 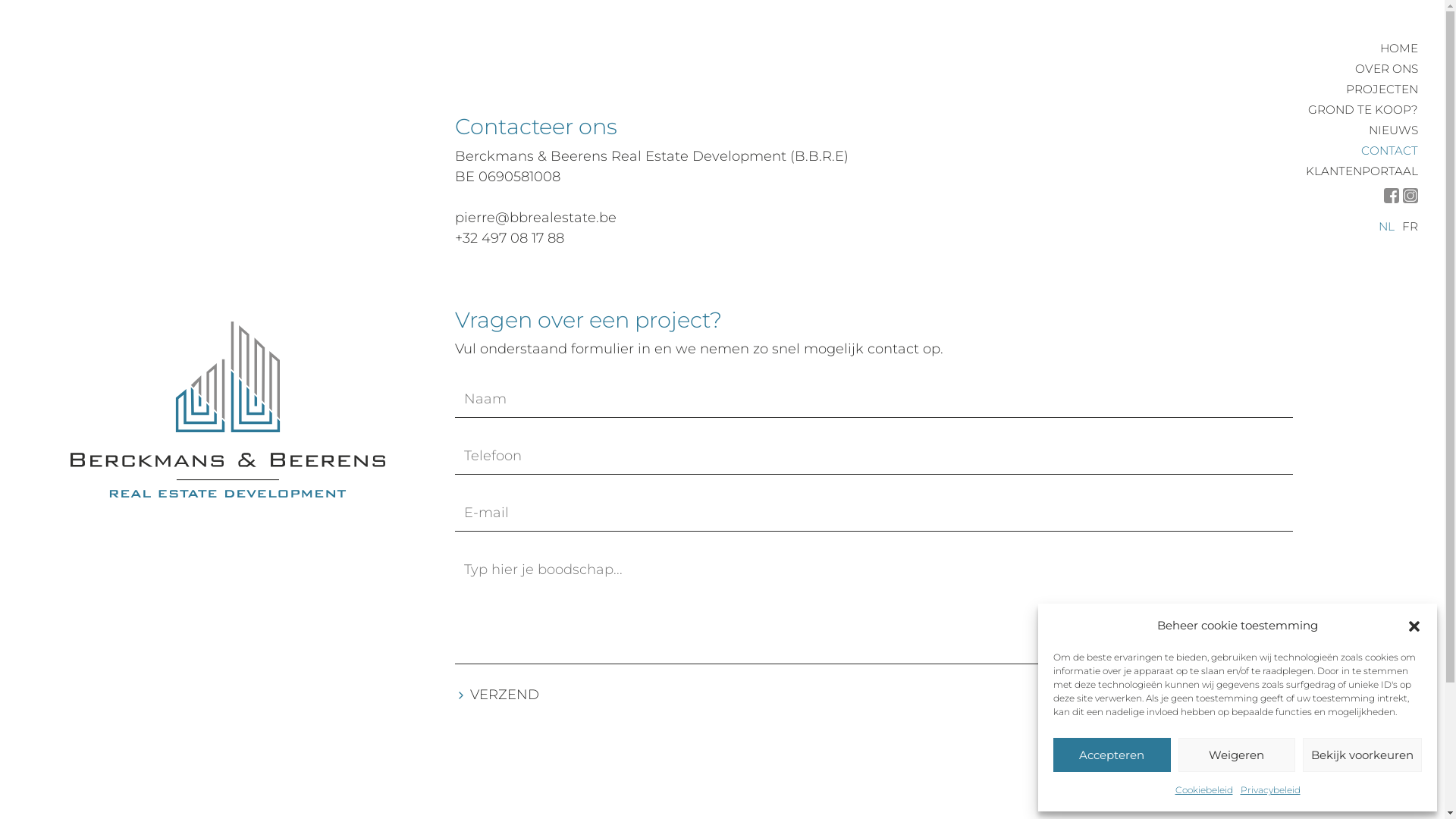 I want to click on 'Privacybeleid', so click(x=1241, y=789).